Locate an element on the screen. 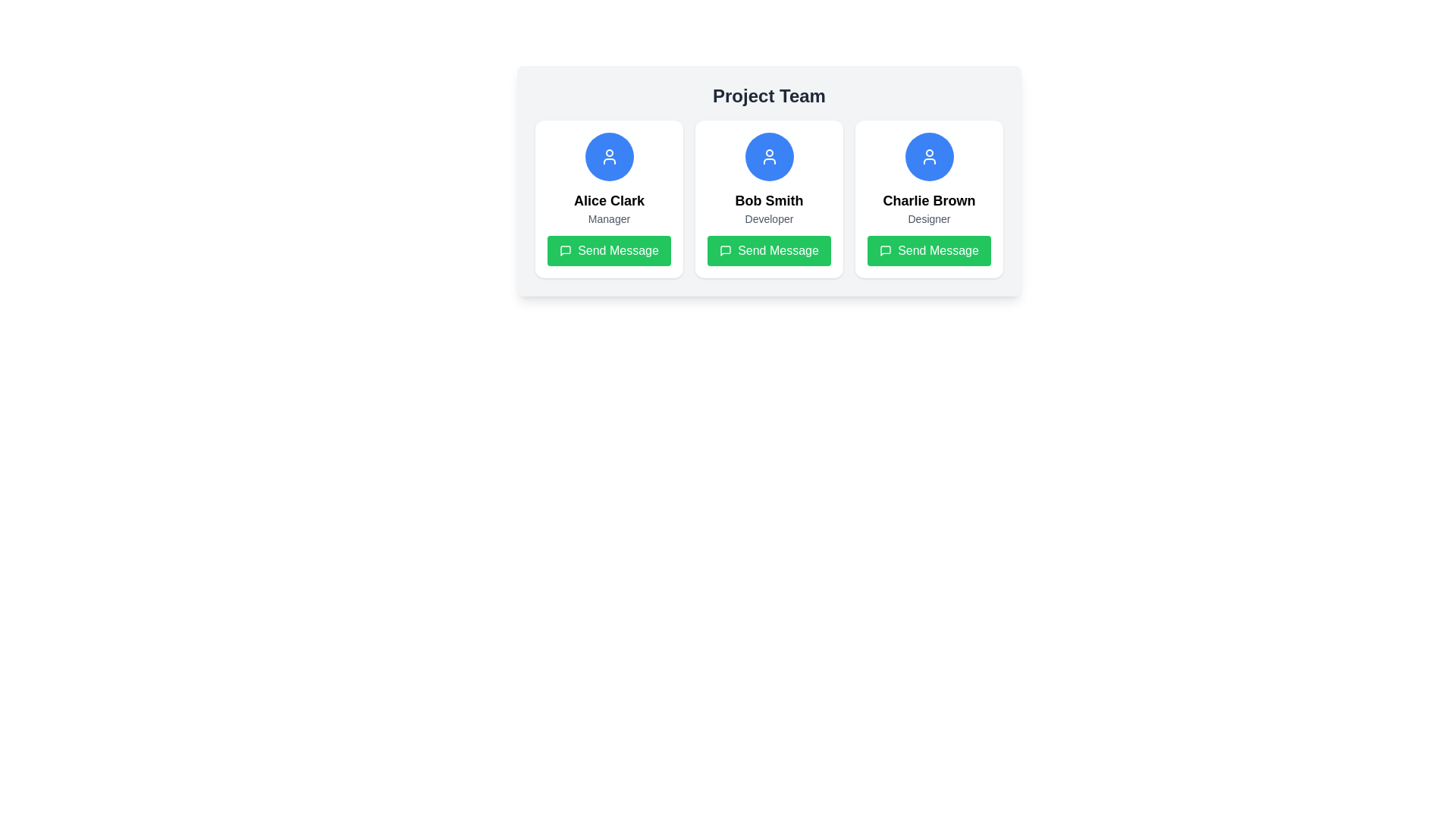  the avatar representing 'Alice Clark', located in the top left card, above the name and role is located at coordinates (609, 157).